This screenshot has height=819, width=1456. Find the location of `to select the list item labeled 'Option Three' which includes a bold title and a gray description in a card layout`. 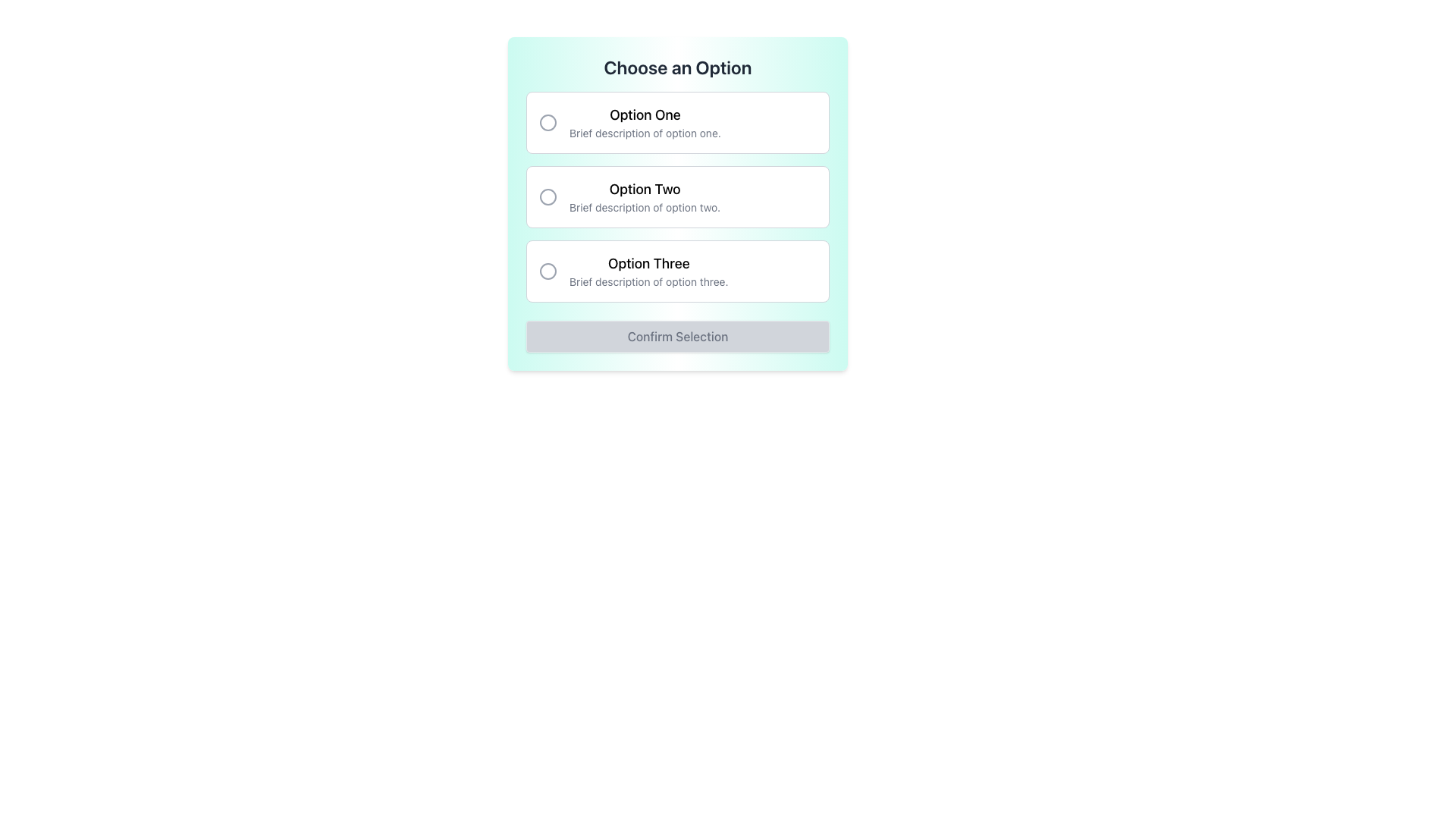

to select the list item labeled 'Option Three' which includes a bold title and a gray description in a card layout is located at coordinates (648, 271).